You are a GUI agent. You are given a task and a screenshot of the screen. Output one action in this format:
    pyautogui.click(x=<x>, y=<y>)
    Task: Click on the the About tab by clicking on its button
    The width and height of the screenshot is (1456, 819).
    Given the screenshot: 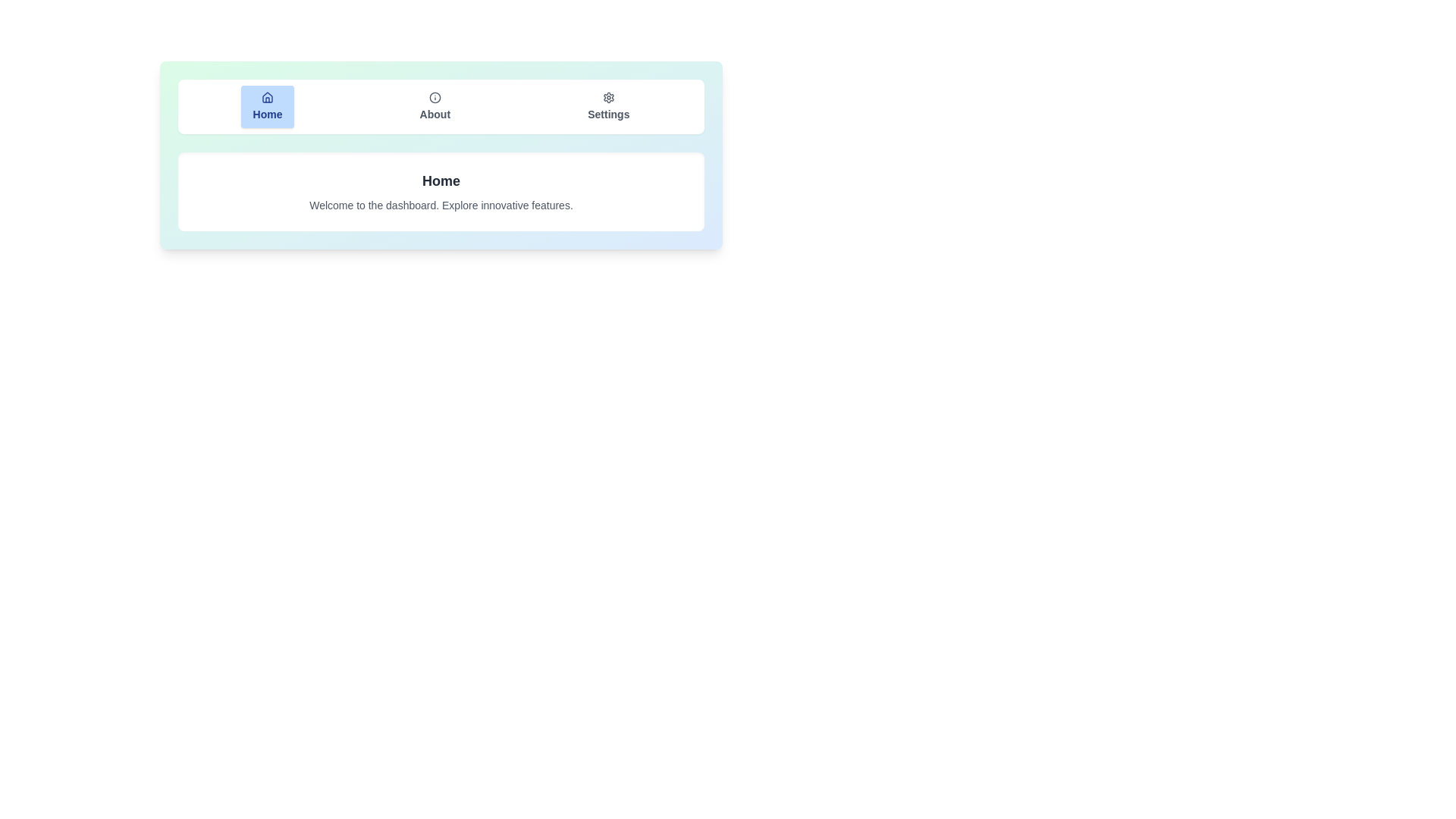 What is the action you would take?
    pyautogui.click(x=433, y=106)
    